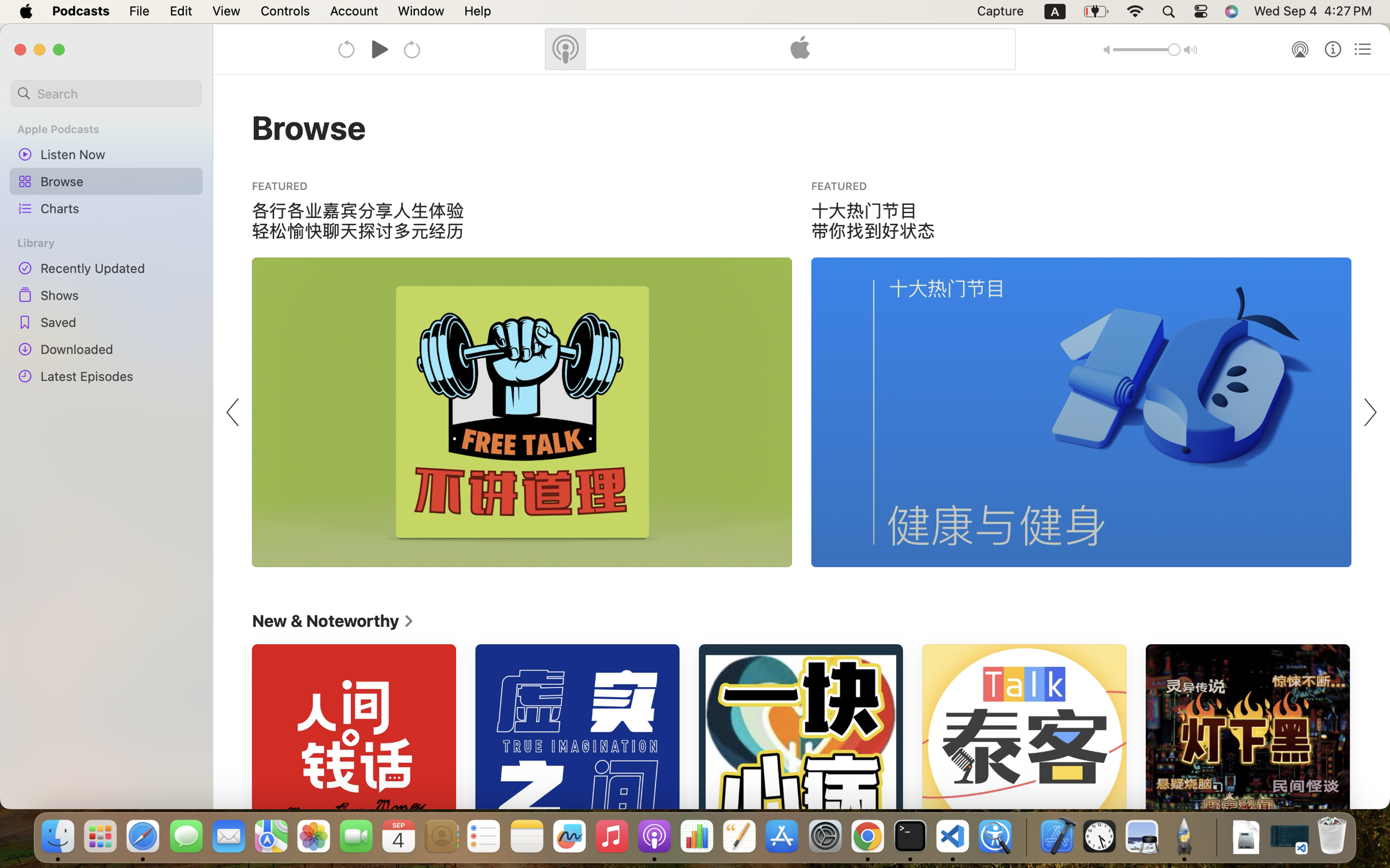 The width and height of the screenshot is (1390, 868). I want to click on '1.0', so click(1146, 49).